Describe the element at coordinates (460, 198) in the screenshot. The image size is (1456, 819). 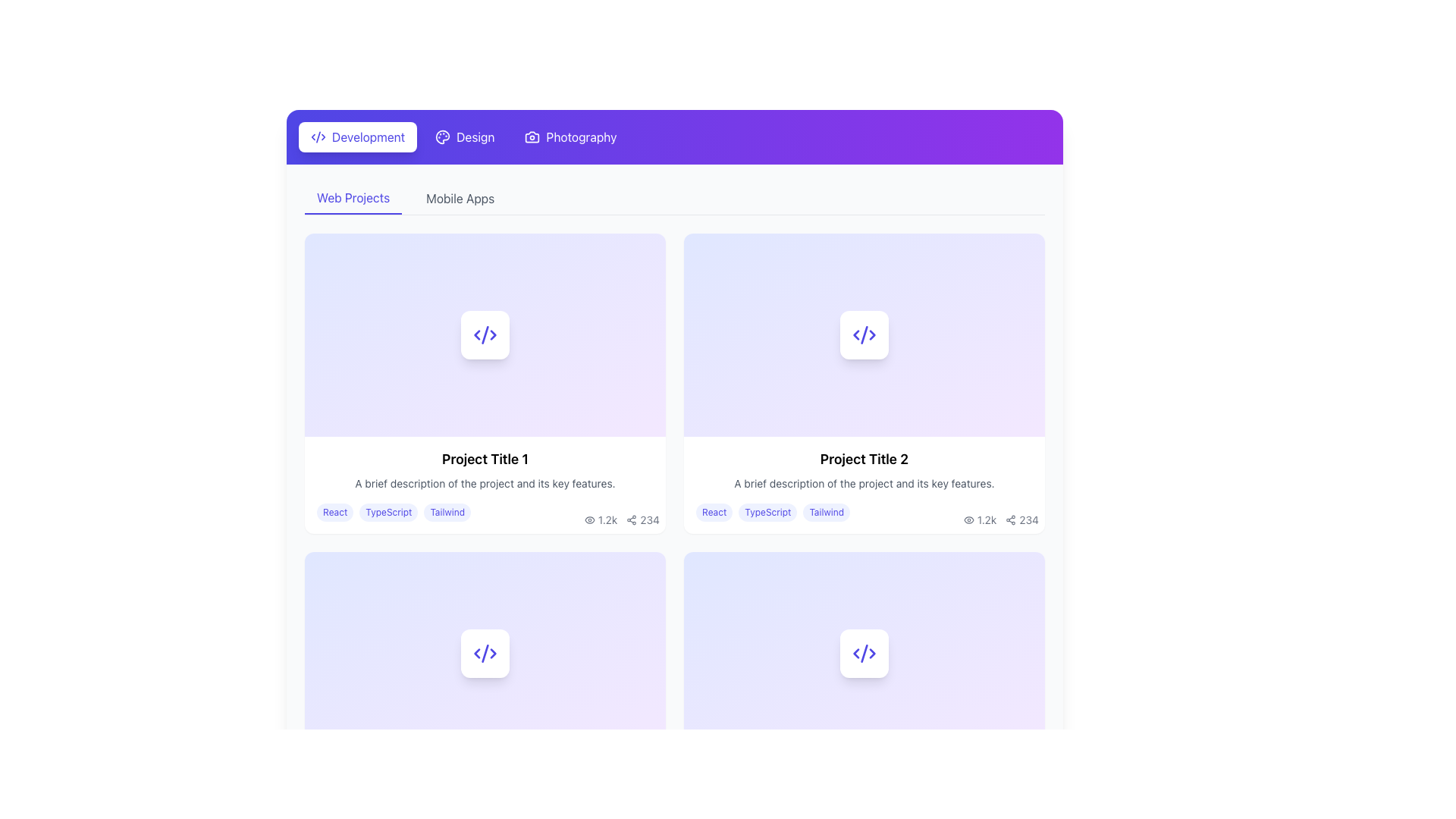
I see `the navigation link for mobile applications, which is the second item in the horizontal navigation bar positioned to the right of the 'Web Projects' label` at that location.